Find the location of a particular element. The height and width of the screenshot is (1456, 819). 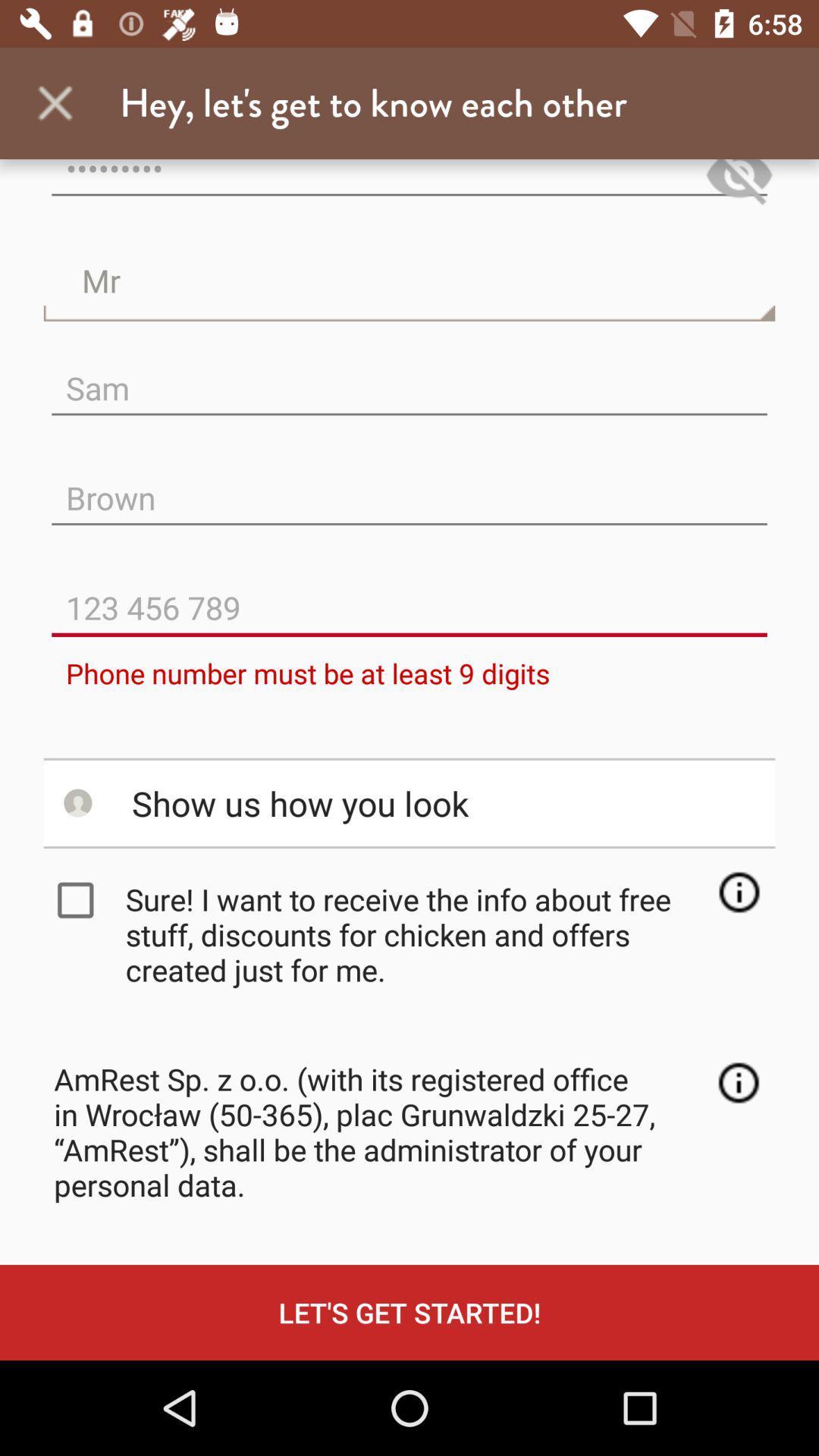

hide writing is located at coordinates (739, 184).